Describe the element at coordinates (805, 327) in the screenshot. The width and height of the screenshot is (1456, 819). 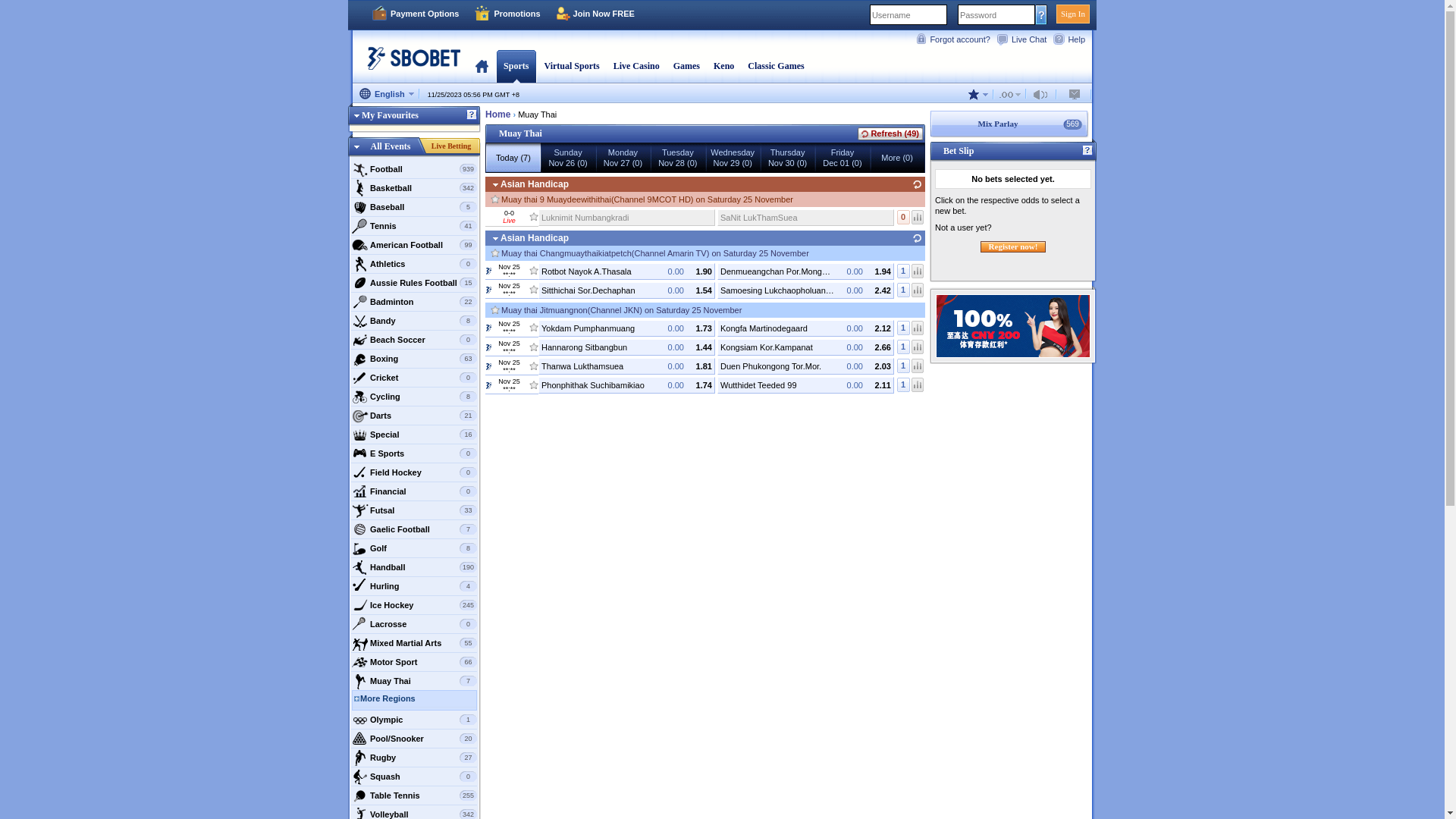
I see `'2.12` at that location.